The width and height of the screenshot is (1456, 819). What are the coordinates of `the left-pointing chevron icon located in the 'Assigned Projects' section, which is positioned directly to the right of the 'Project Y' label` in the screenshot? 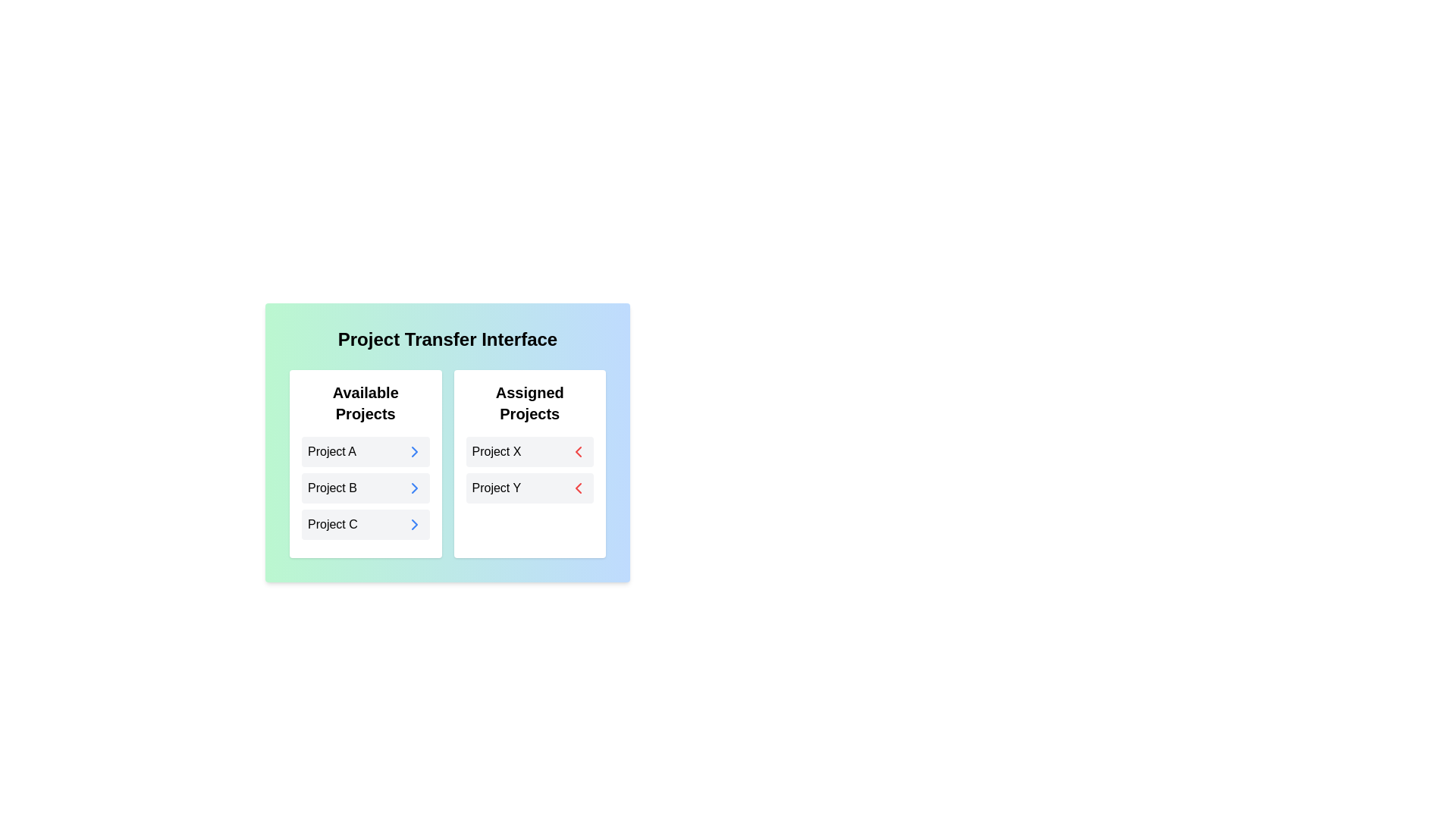 It's located at (578, 451).